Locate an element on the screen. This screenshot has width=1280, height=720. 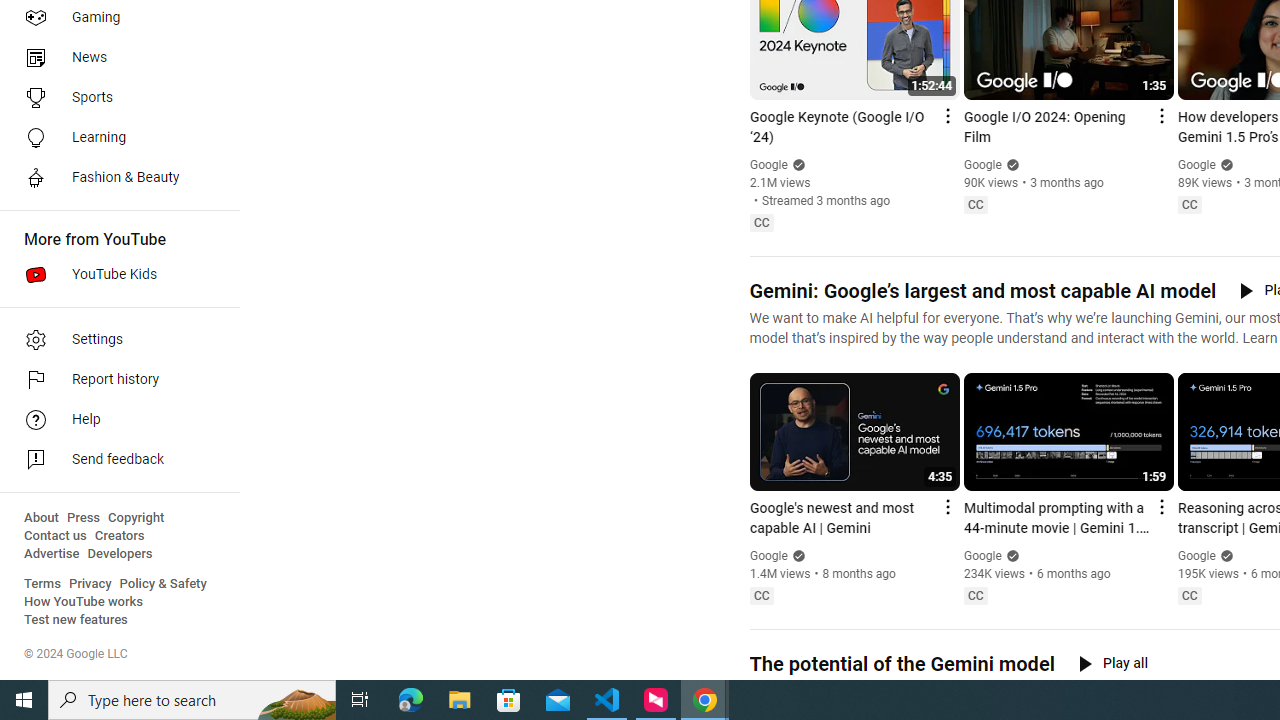
'Test new features' is located at coordinates (76, 619).